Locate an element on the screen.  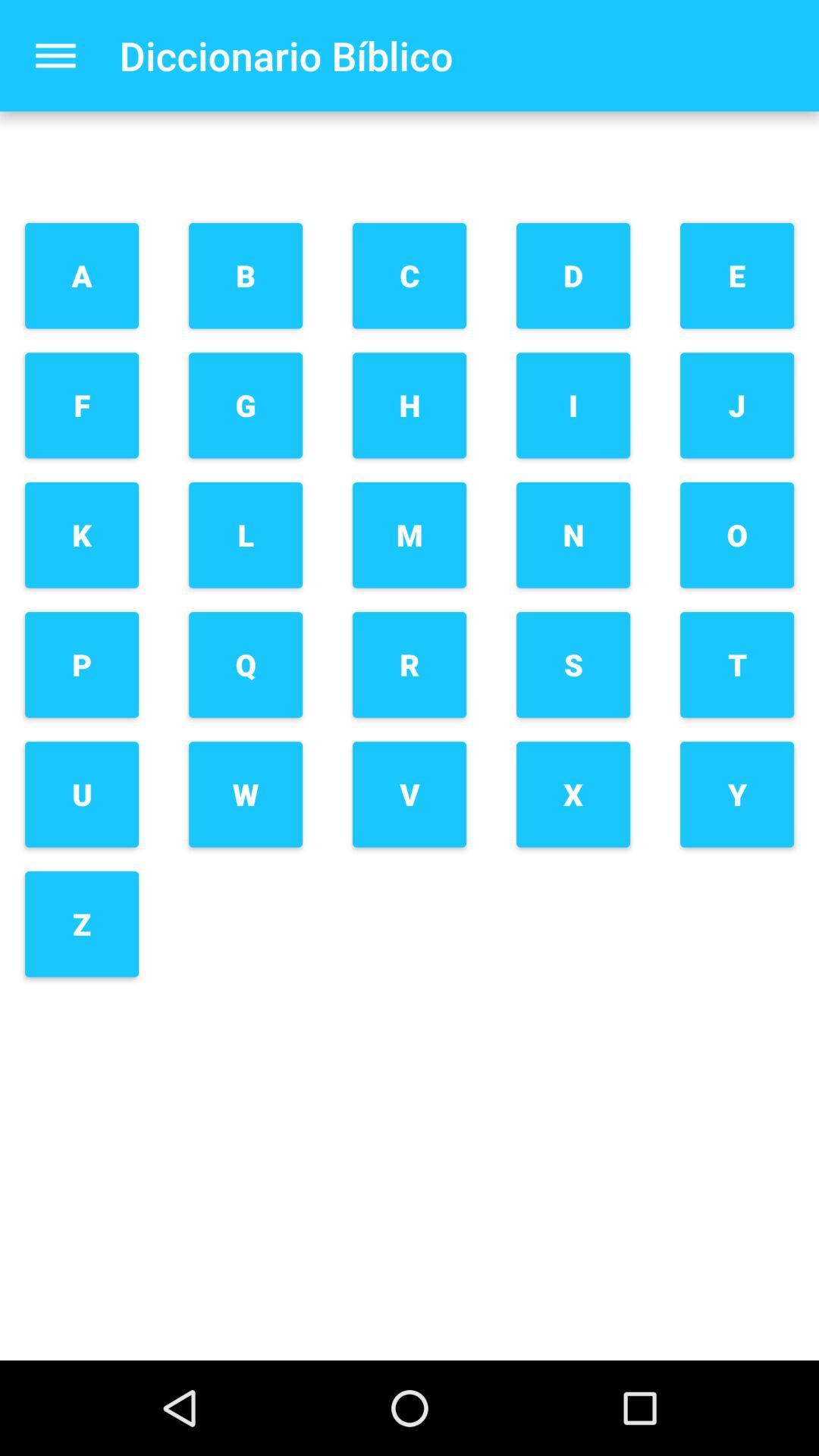
l item is located at coordinates (245, 535).